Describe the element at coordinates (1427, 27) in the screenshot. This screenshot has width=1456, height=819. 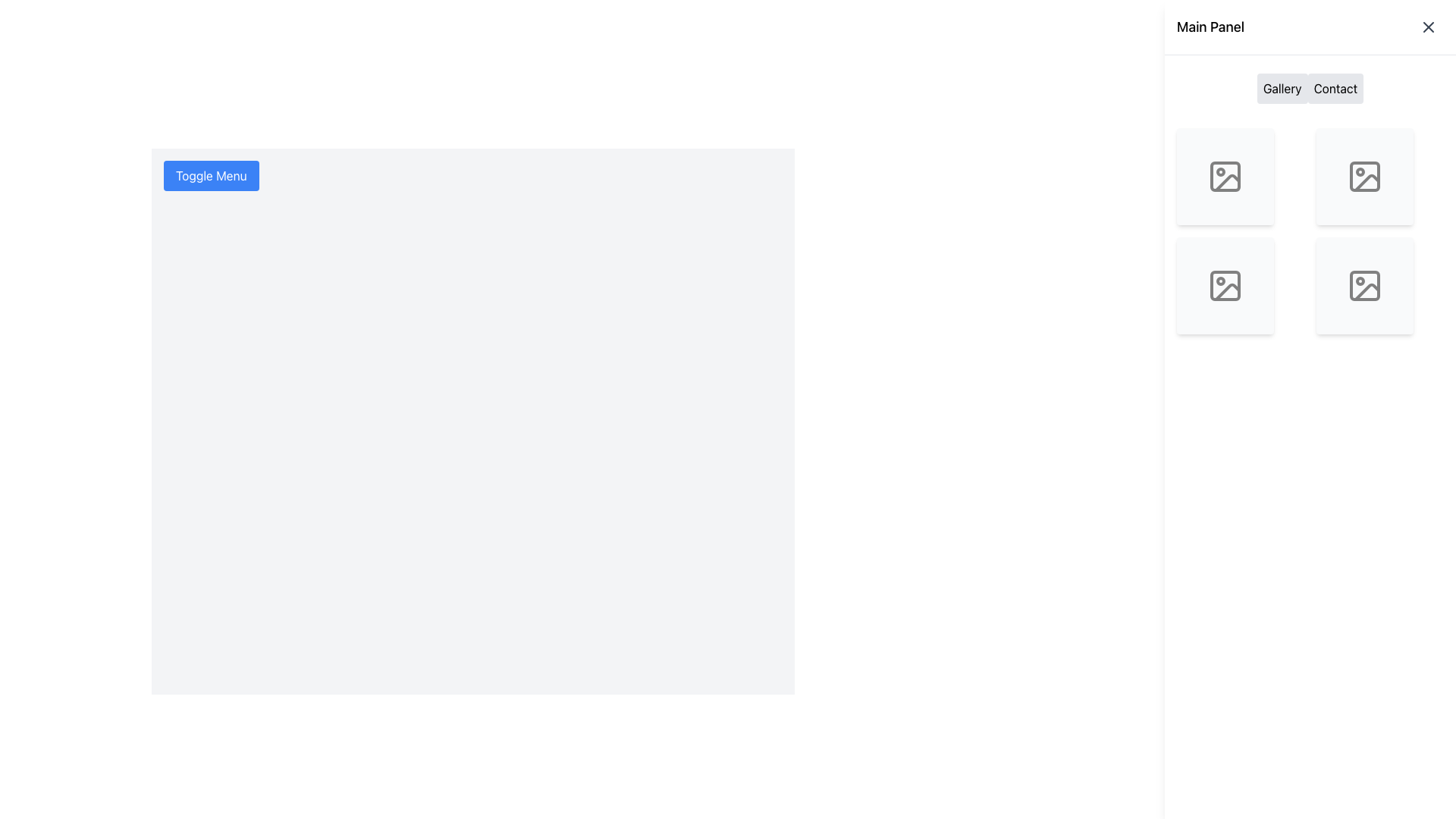
I see `the Close Icon located at the top-right corner of the interface, immediately to the right of the 'Main Panel' title` at that location.